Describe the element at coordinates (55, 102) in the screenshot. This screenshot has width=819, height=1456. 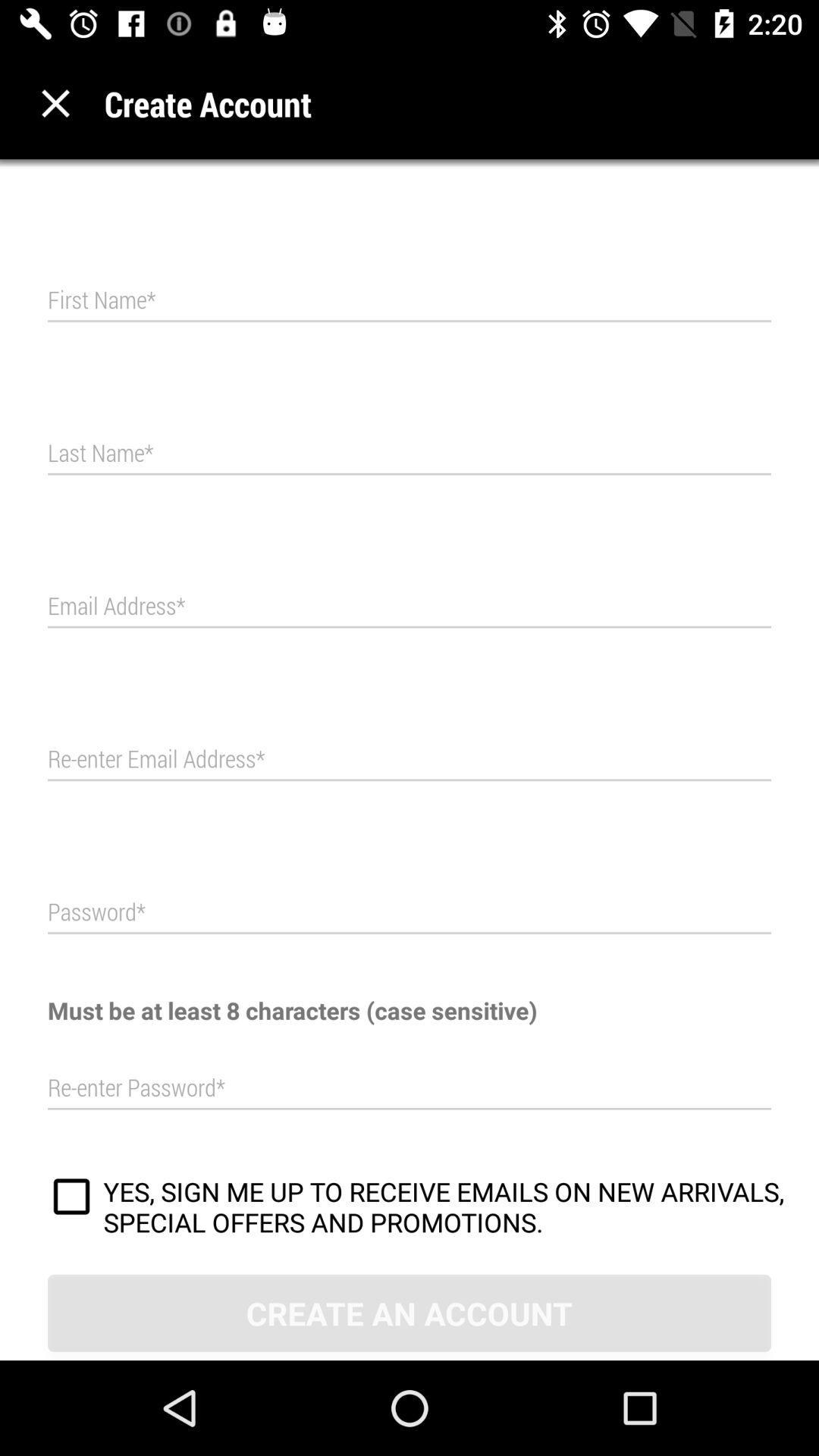
I see `section` at that location.